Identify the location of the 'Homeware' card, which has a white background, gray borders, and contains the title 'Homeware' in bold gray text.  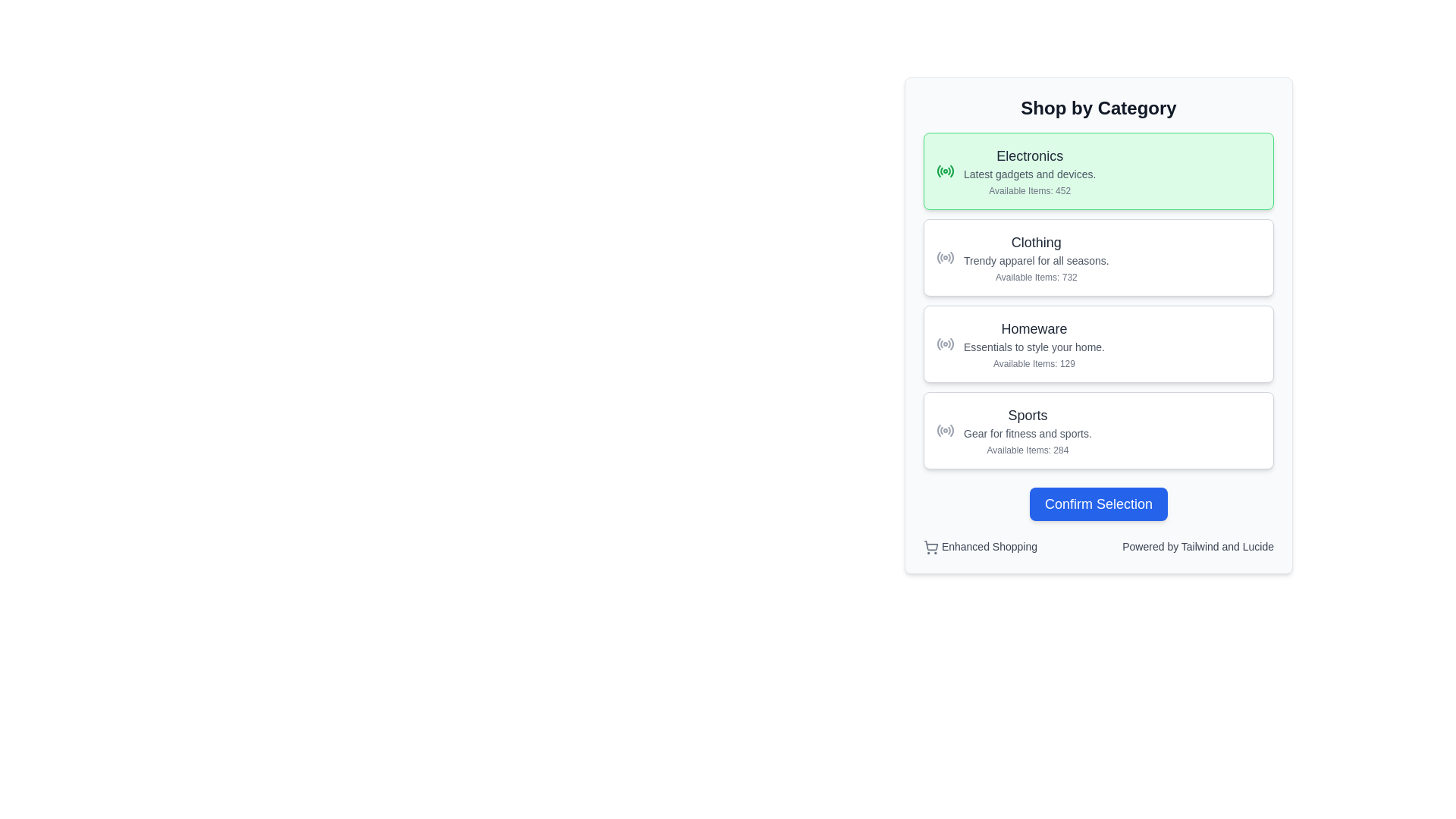
(1099, 344).